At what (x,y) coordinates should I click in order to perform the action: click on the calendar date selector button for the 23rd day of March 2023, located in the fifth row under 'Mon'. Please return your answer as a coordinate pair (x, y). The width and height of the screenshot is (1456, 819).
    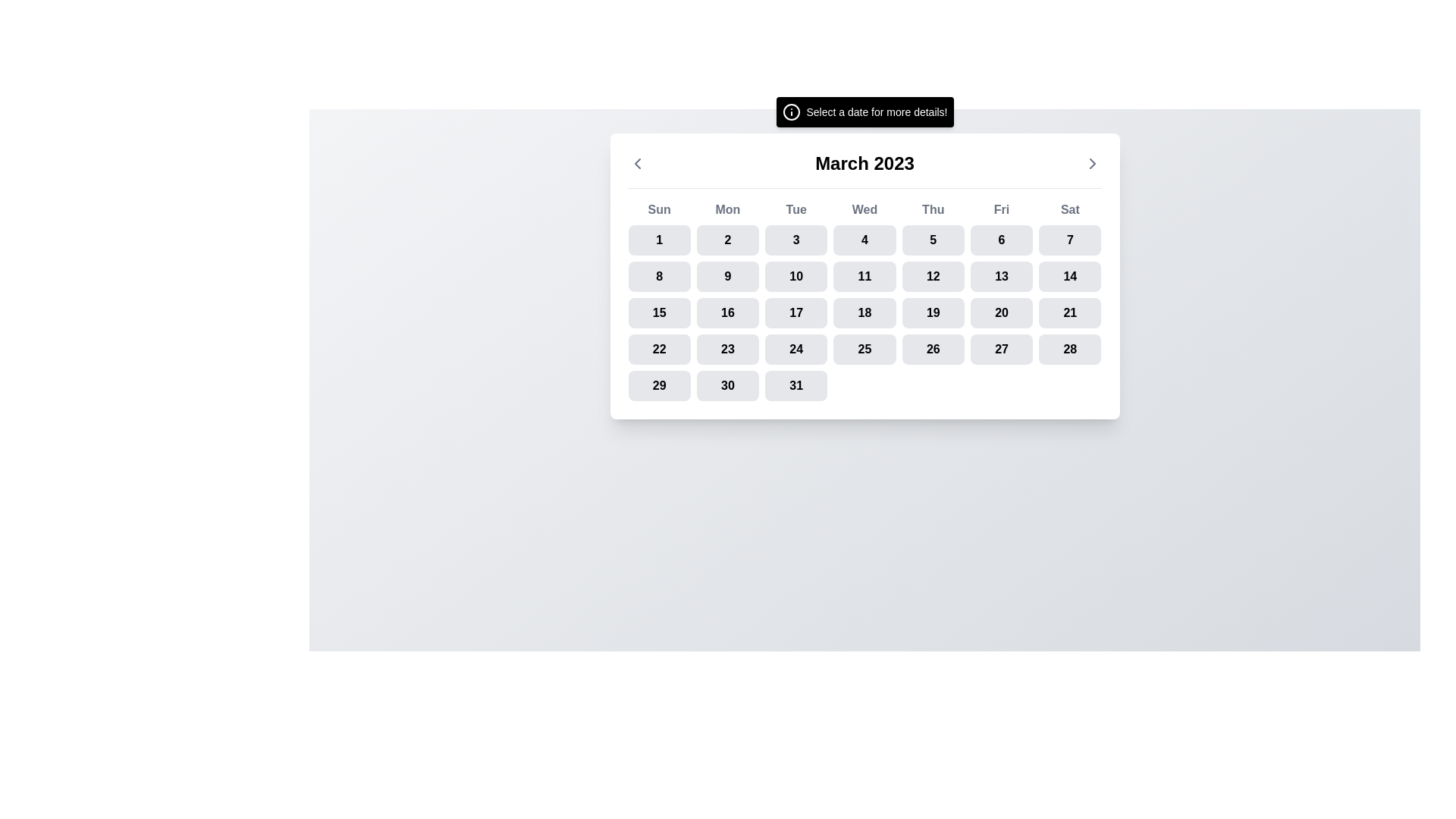
    Looking at the image, I should click on (728, 350).